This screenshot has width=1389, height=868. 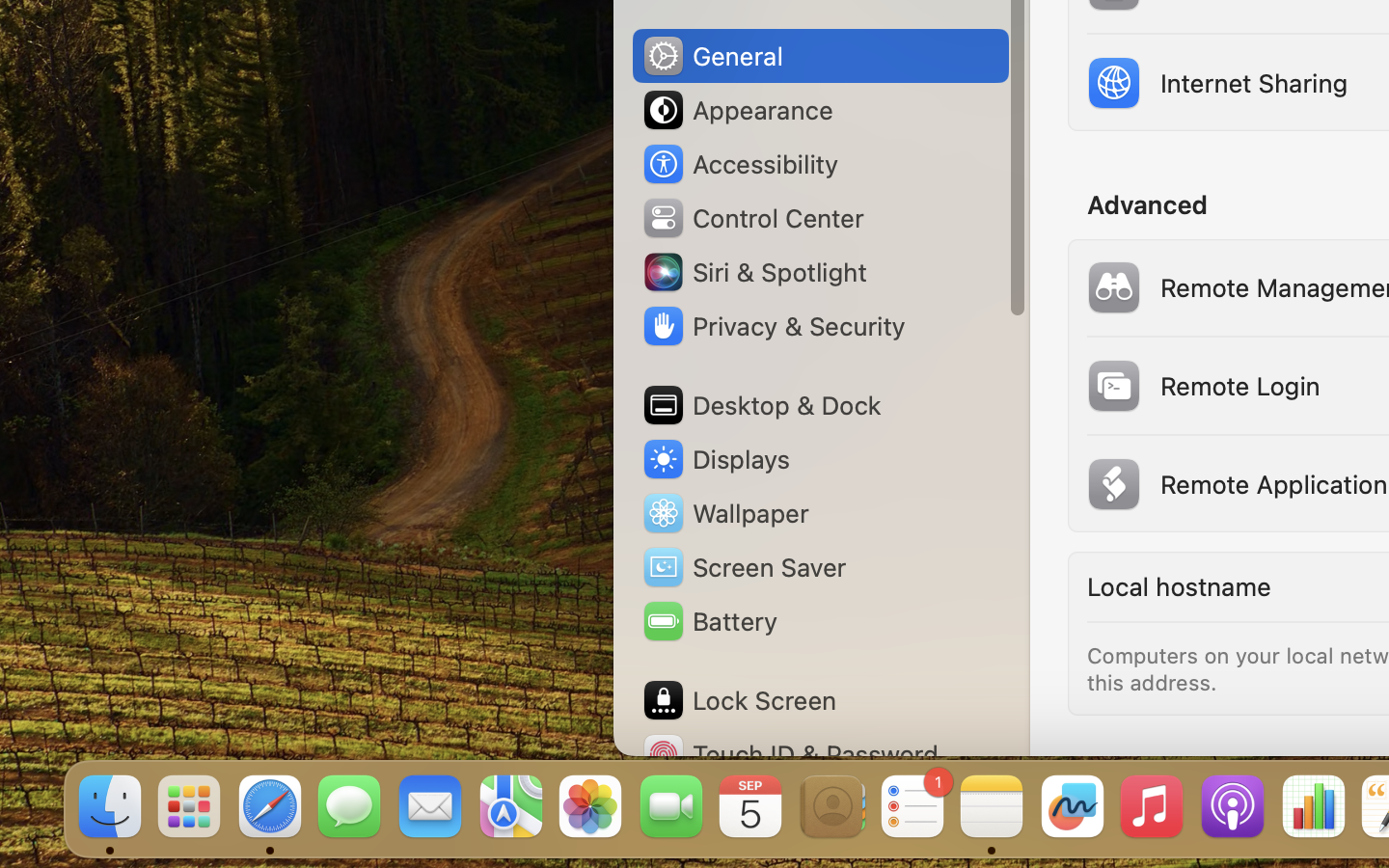 What do you see at coordinates (715, 458) in the screenshot?
I see `'Displays'` at bounding box center [715, 458].